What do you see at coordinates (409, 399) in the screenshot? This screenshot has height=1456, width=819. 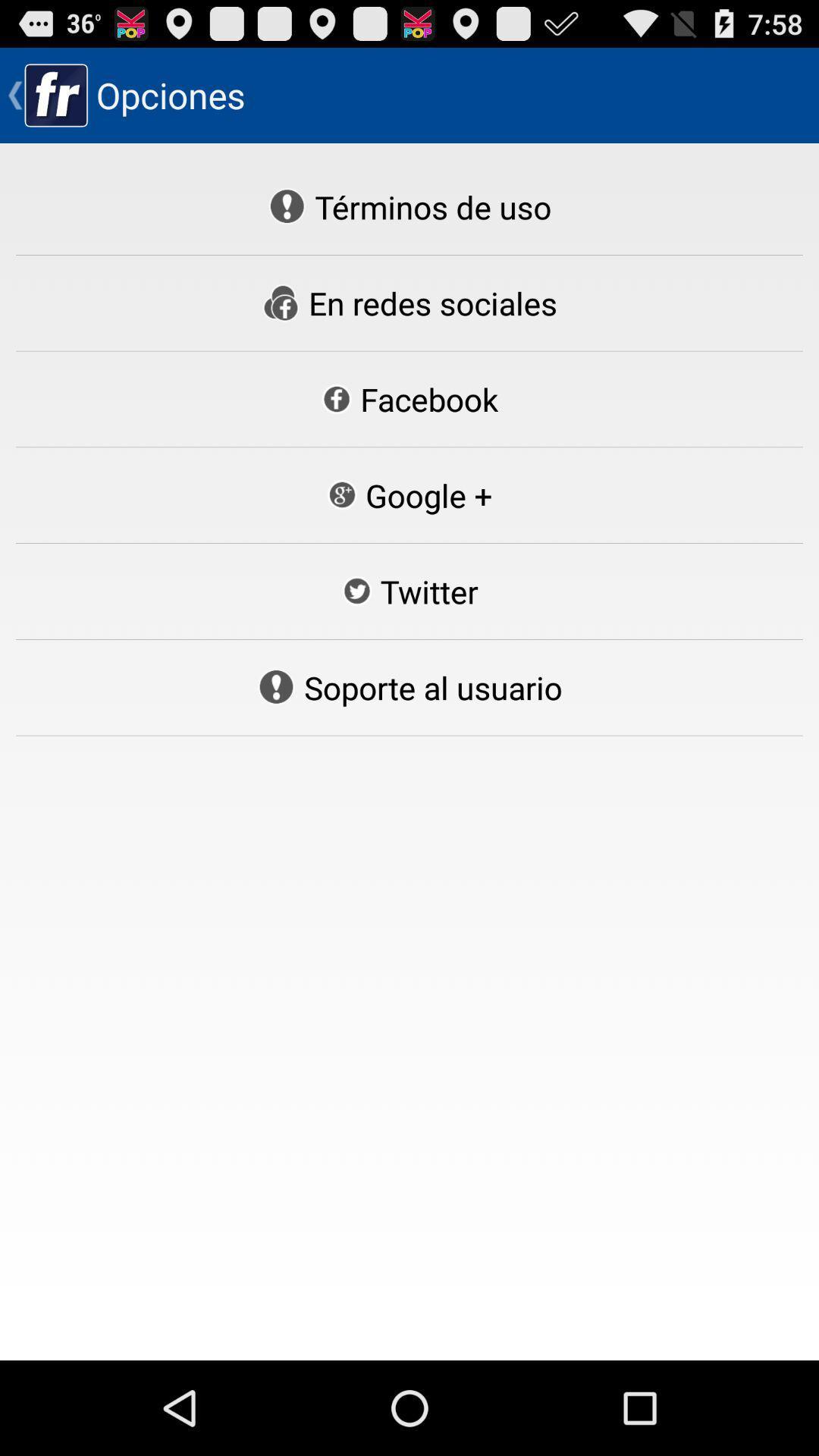 I see `the facebook icon` at bounding box center [409, 399].